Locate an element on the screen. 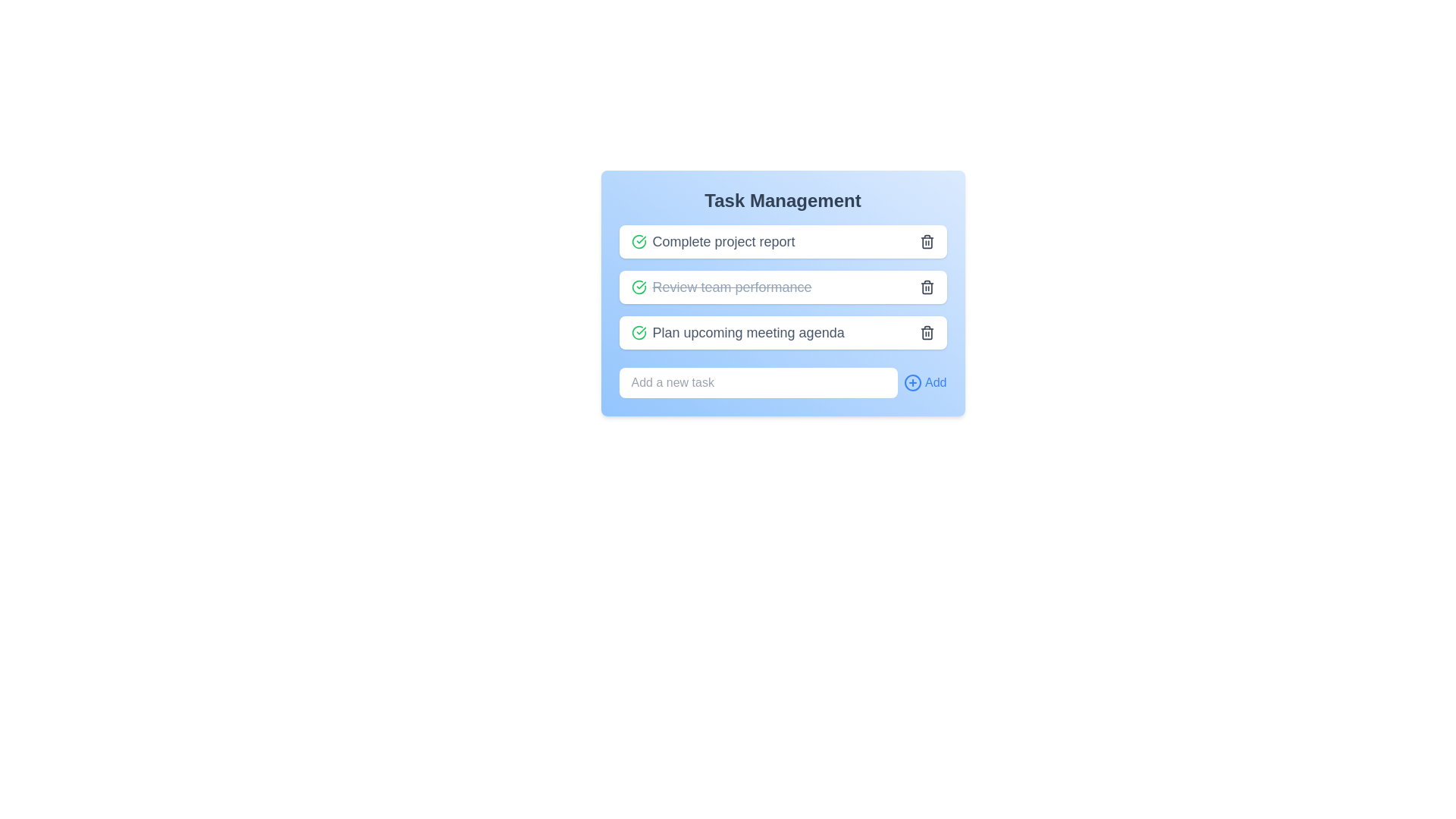 This screenshot has height=819, width=1456. the circular icon with a blue outline and a plus sign inside, located to the left of the text 'Add' in the task management interface is located at coordinates (912, 382).